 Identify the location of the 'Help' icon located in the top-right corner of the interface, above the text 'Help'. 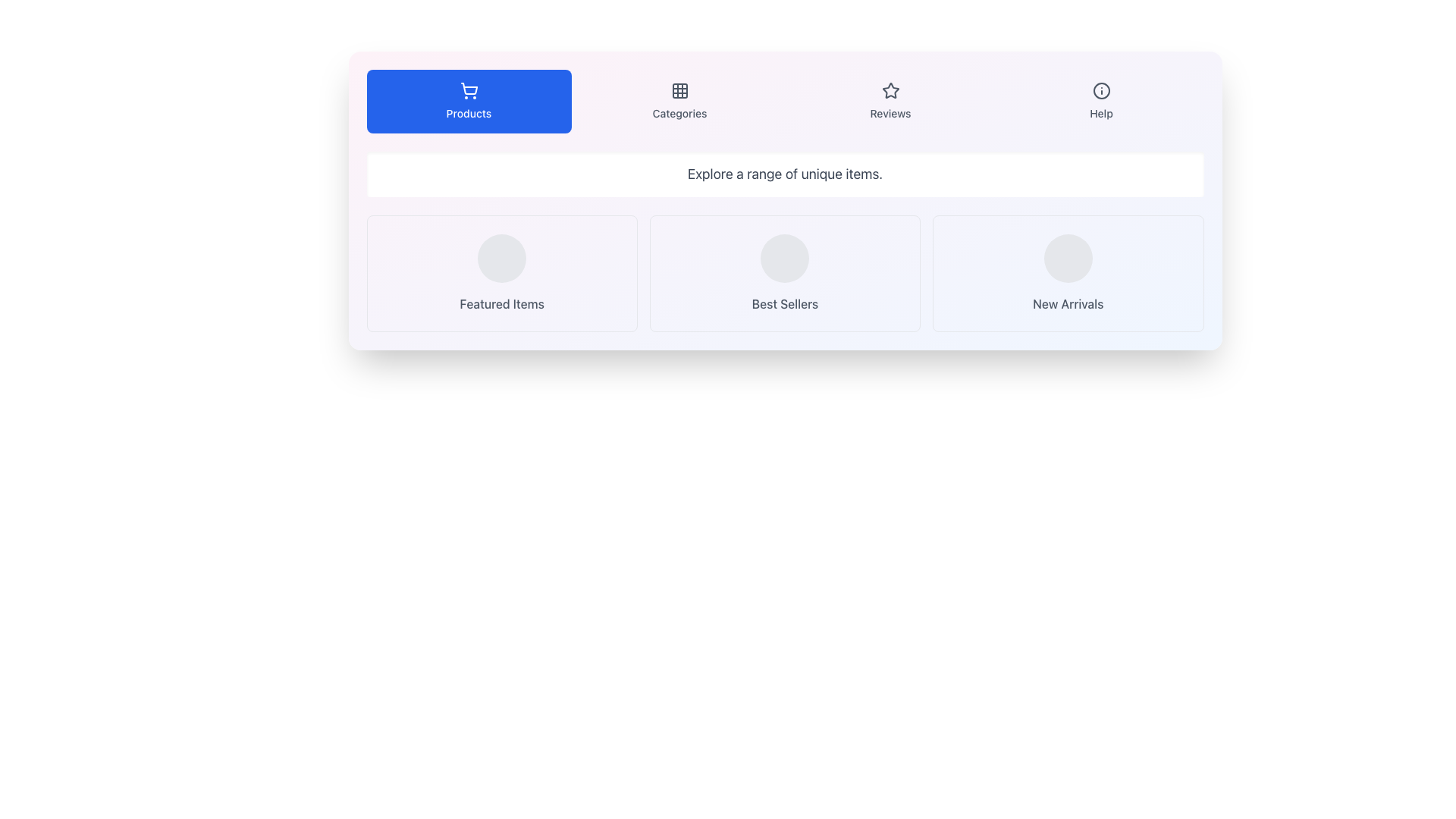
(1101, 90).